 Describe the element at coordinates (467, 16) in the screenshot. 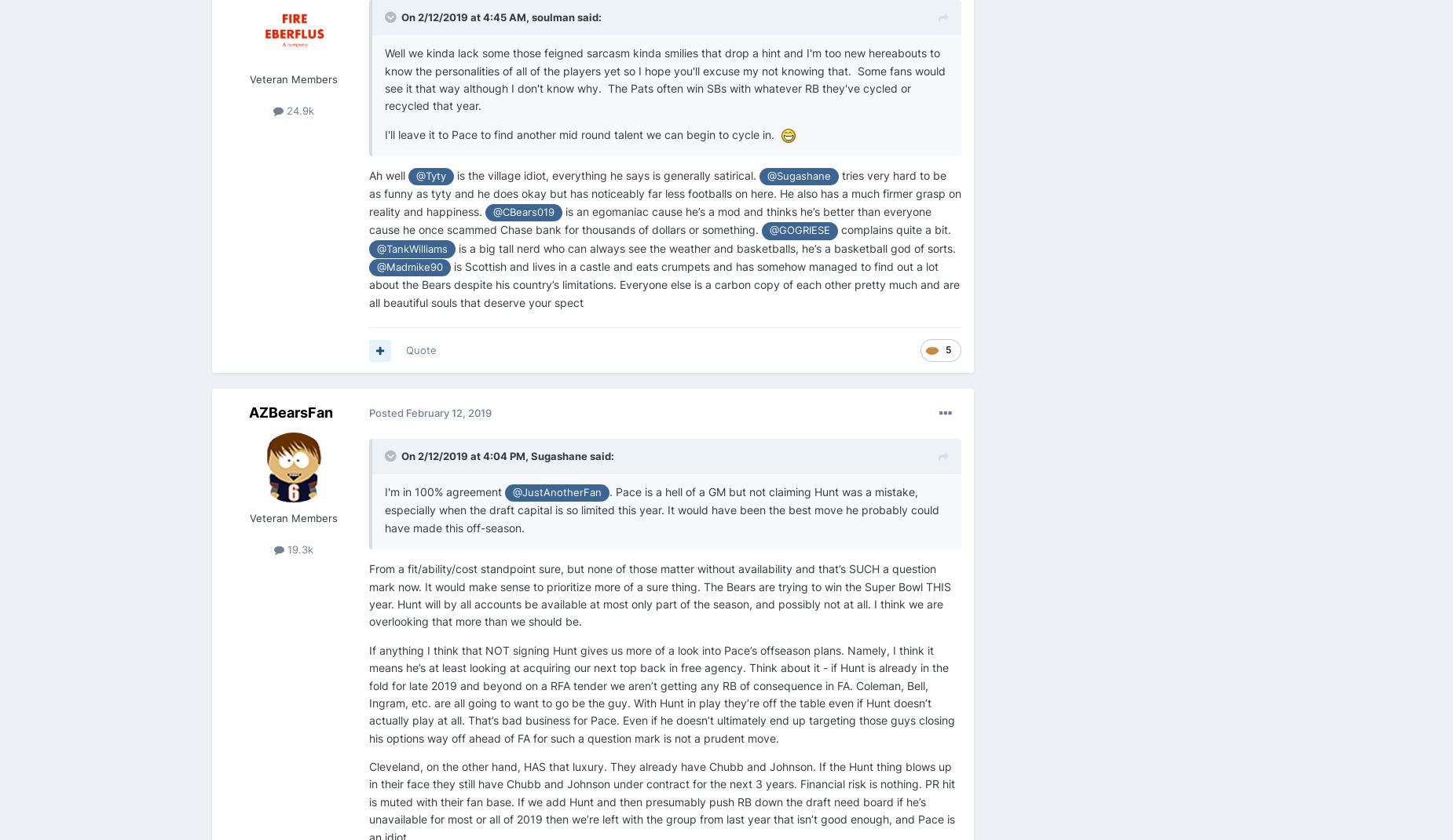

I see `'On 2/12/2019 at 4:45 AM,'` at that location.